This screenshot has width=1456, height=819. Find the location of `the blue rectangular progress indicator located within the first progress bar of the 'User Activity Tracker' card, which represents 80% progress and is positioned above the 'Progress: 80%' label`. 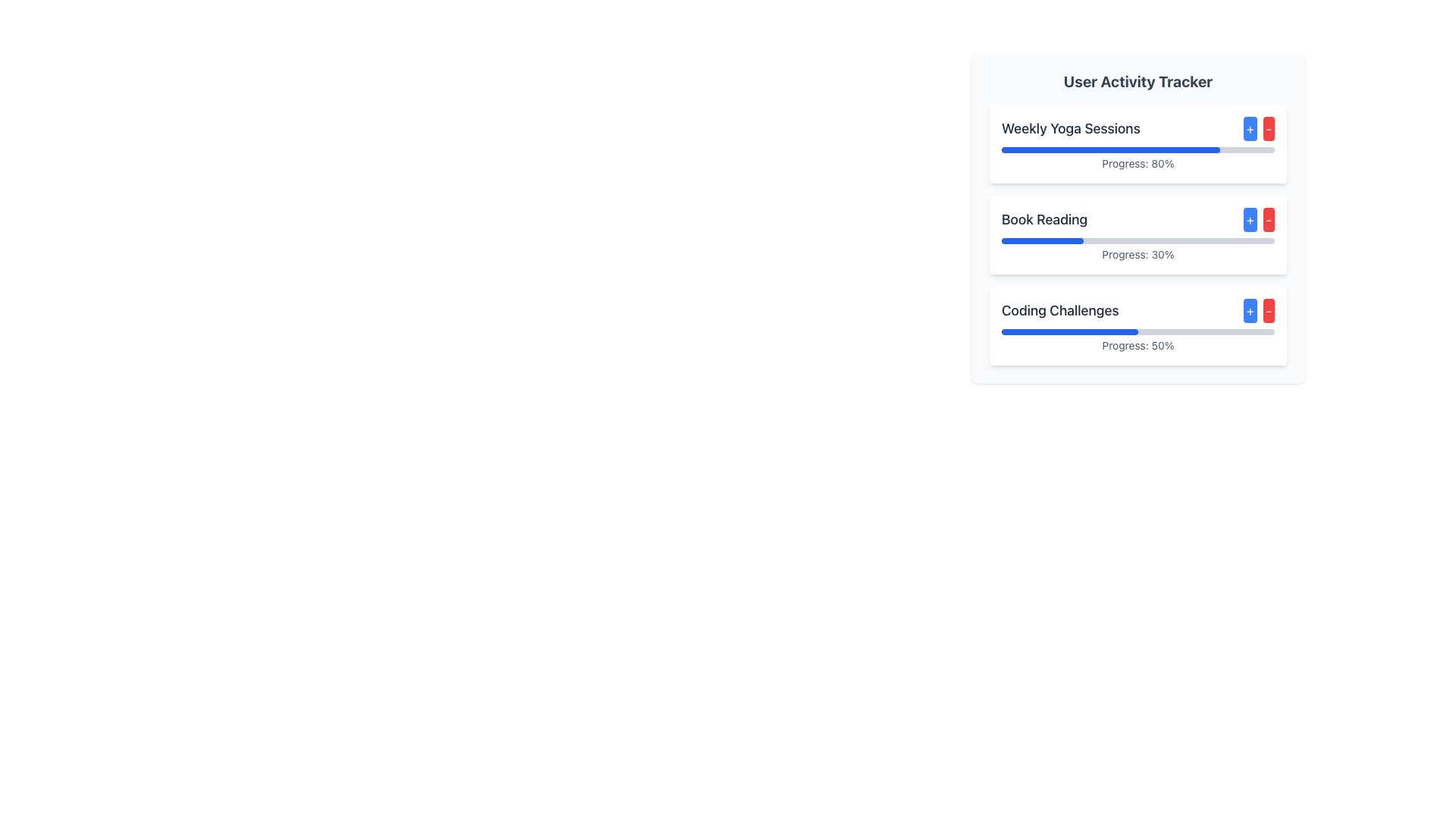

the blue rectangular progress indicator located within the first progress bar of the 'User Activity Tracker' card, which represents 80% progress and is positioned above the 'Progress: 80%' label is located at coordinates (1110, 149).